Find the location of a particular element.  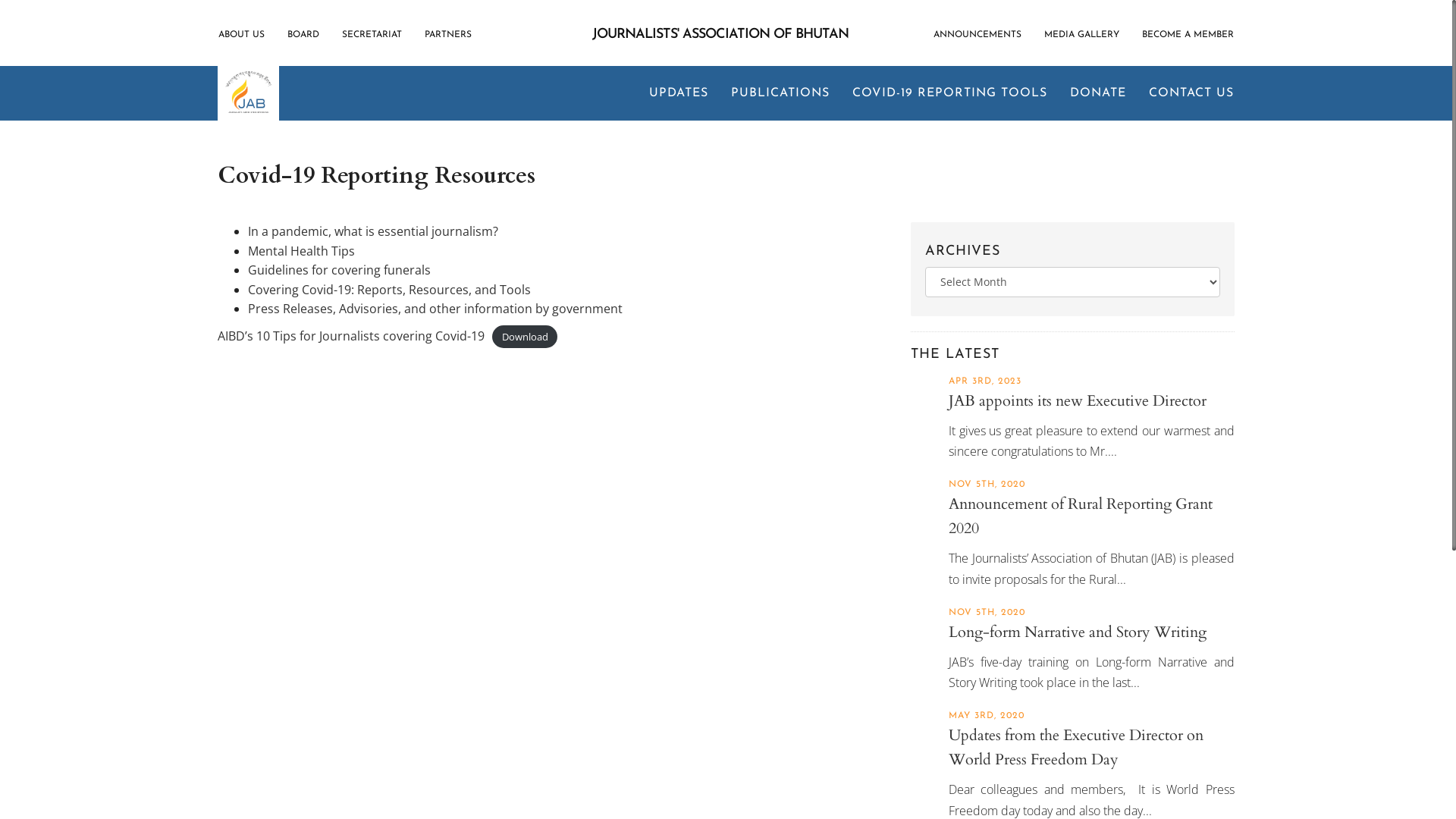

'ABOUT US' is located at coordinates (218, 34).